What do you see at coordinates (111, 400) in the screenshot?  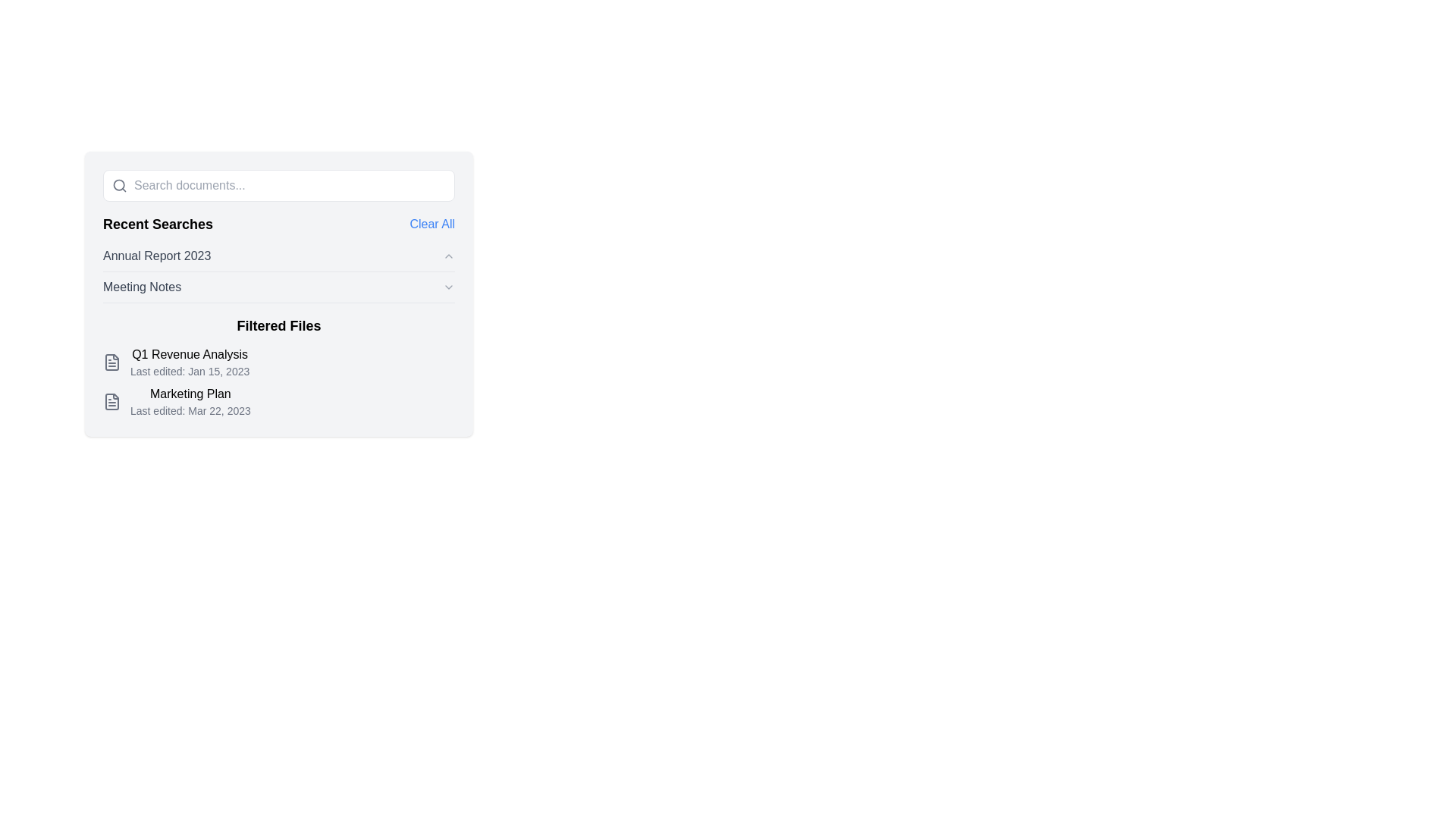 I see `the 'Marketing Plan' file icon located at the far left of the 'Filtered Files' section, positioned before the text 'Marketing Plan'` at bounding box center [111, 400].